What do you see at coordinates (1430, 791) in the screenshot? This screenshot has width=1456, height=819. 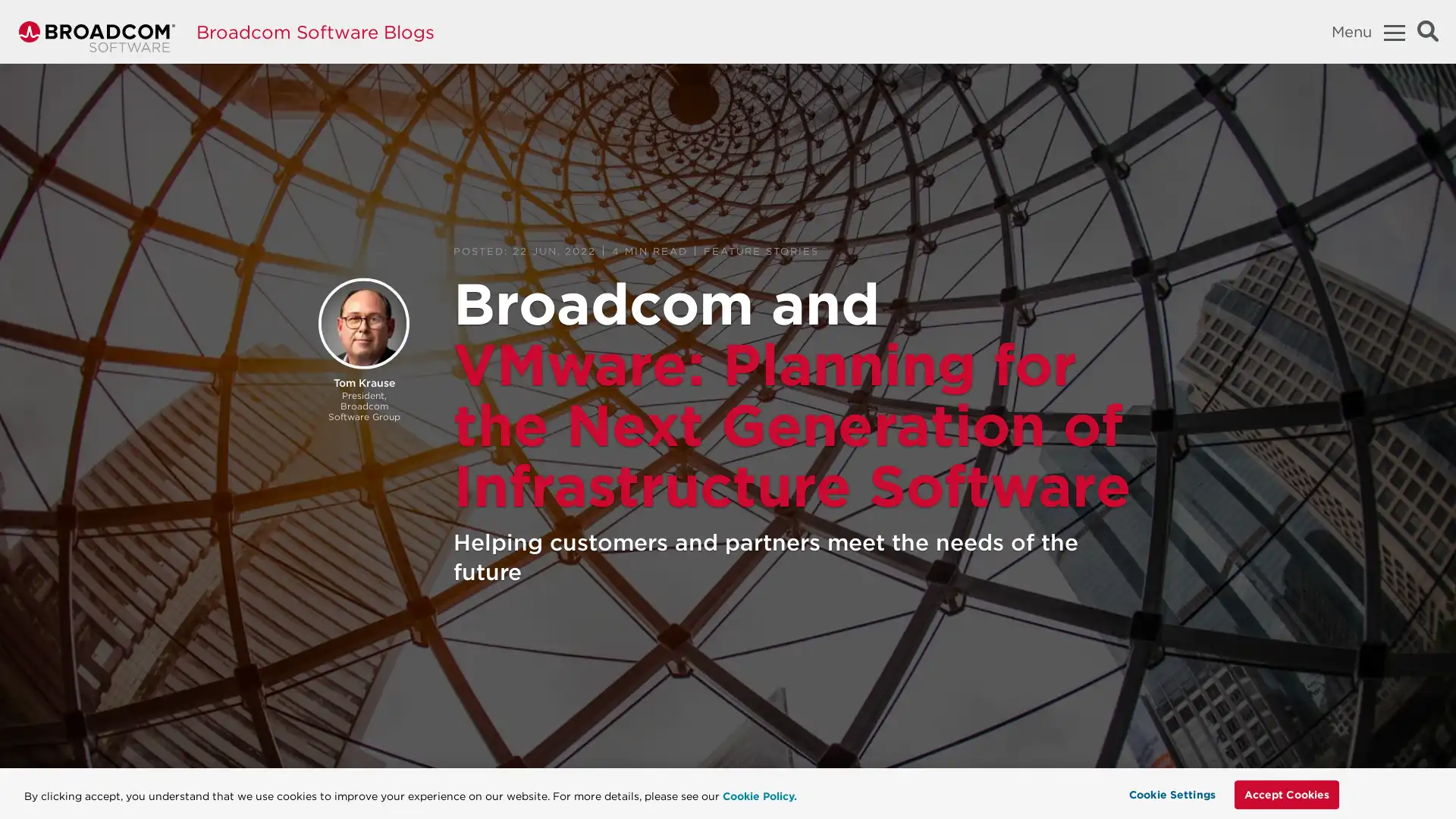 I see `Close` at bounding box center [1430, 791].